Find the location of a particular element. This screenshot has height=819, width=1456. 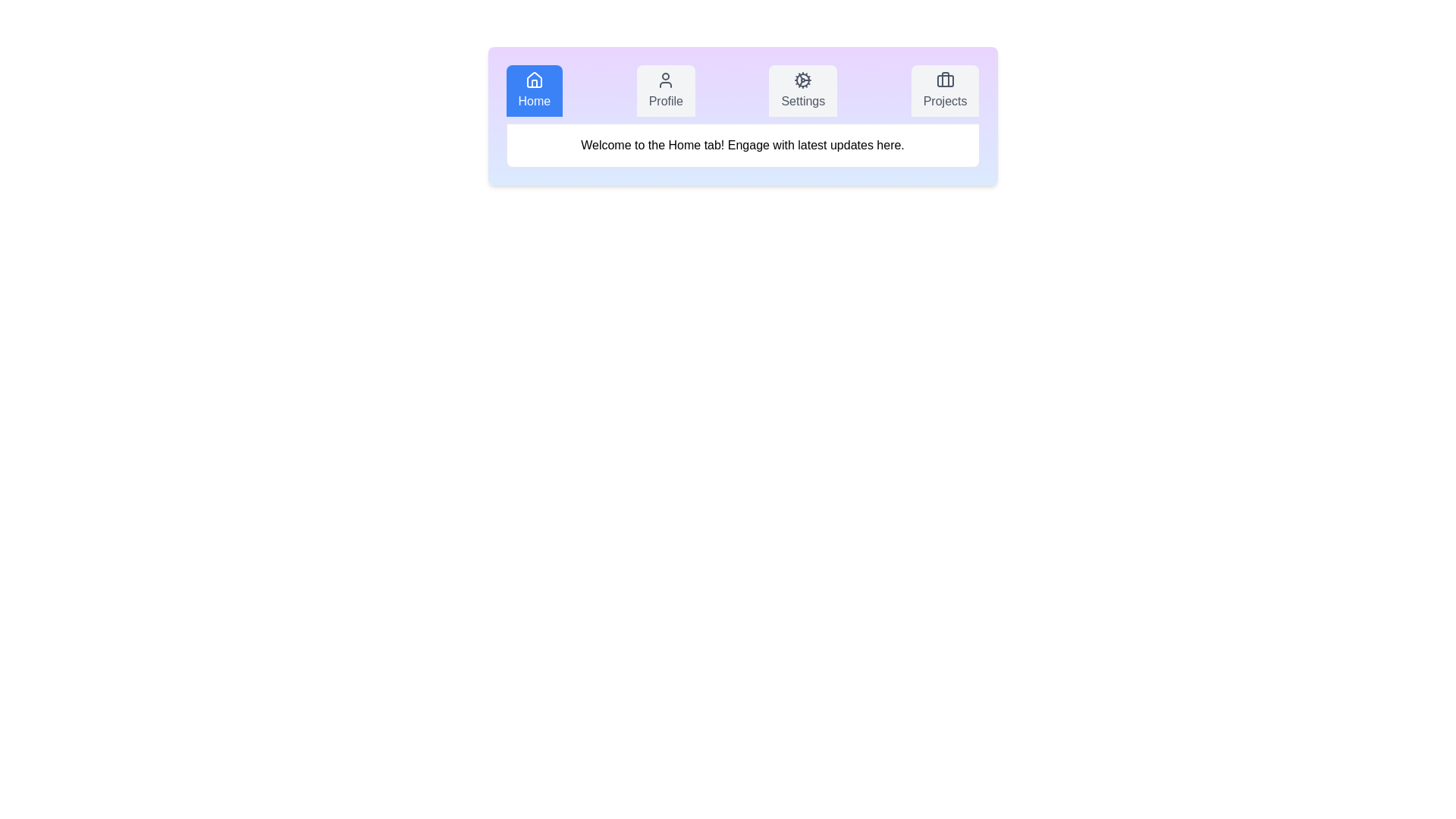

the cogwheel icon representing settings is located at coordinates (802, 80).